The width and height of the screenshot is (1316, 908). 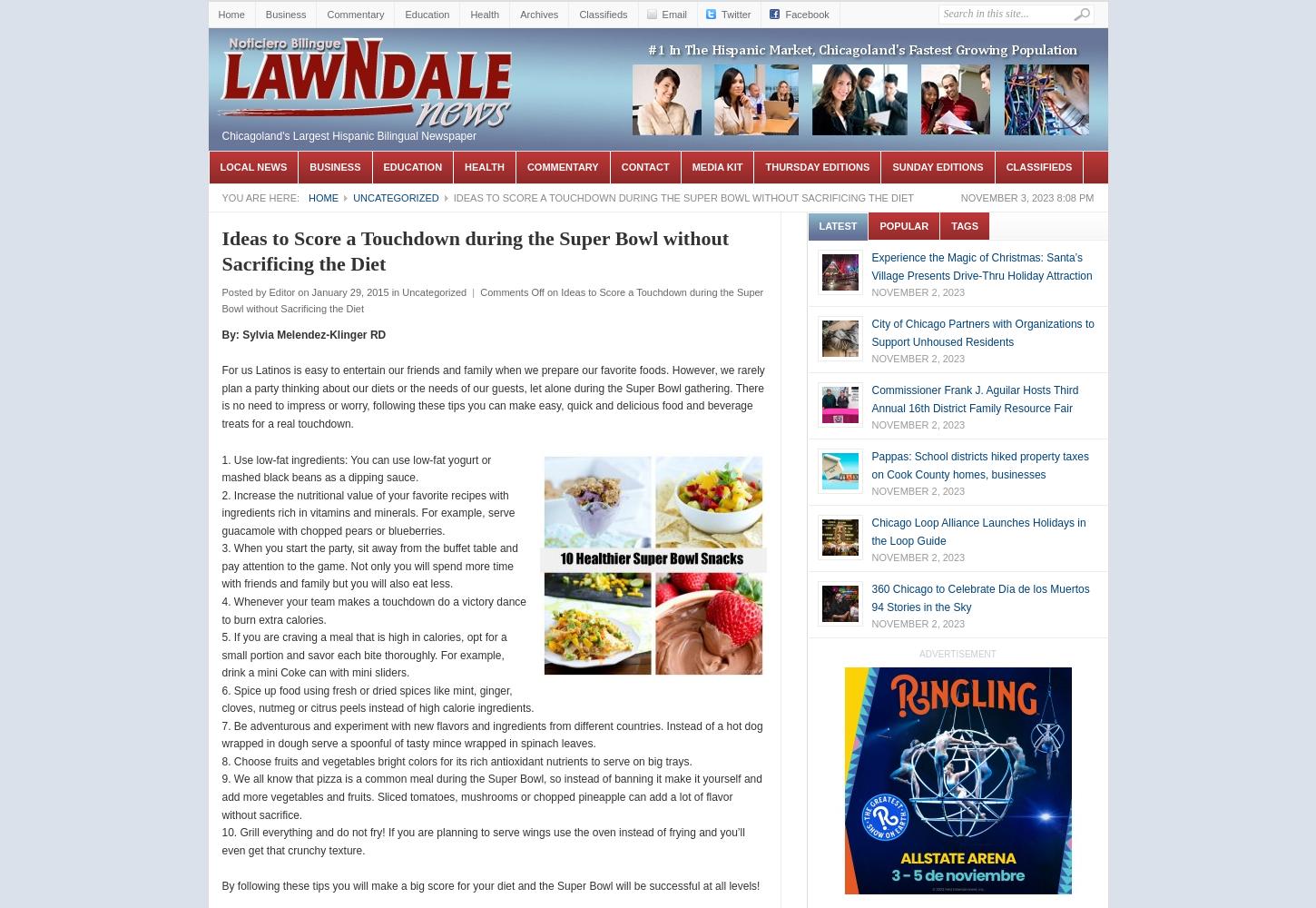 I want to click on 'Home', so click(x=323, y=197).